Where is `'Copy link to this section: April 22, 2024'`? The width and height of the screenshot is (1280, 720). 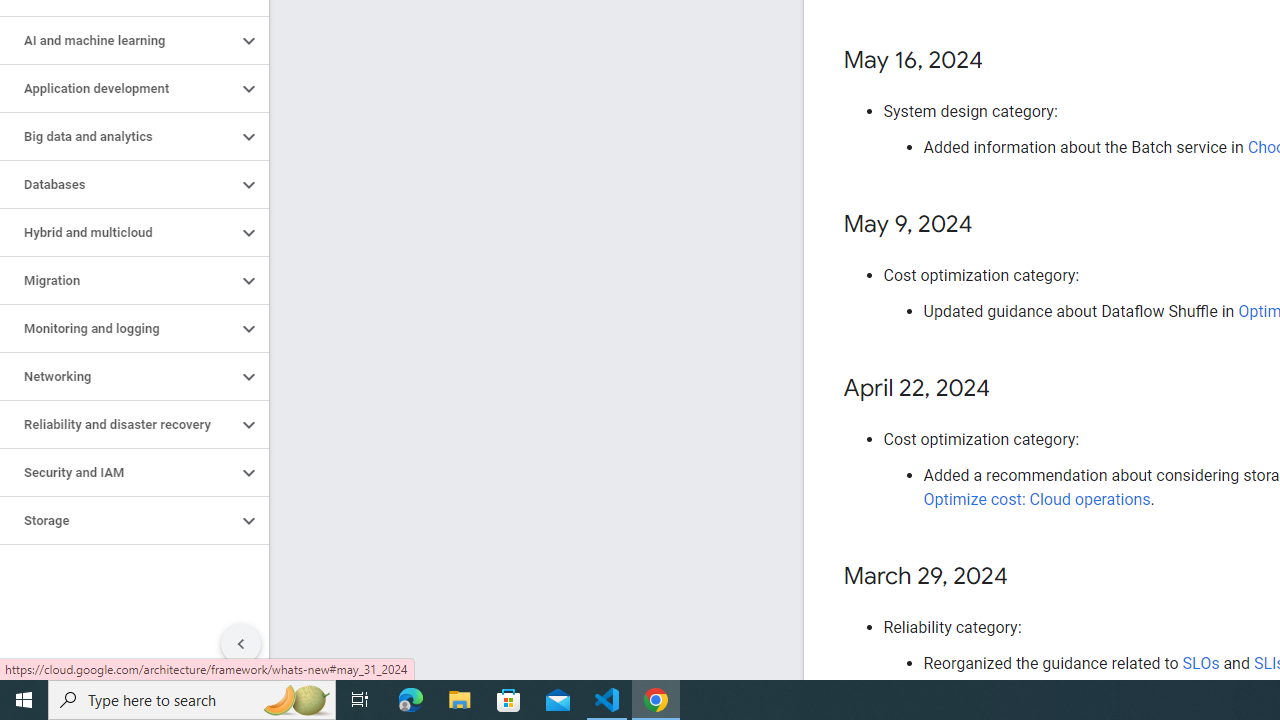
'Copy link to this section: April 22, 2024' is located at coordinates (1009, 389).